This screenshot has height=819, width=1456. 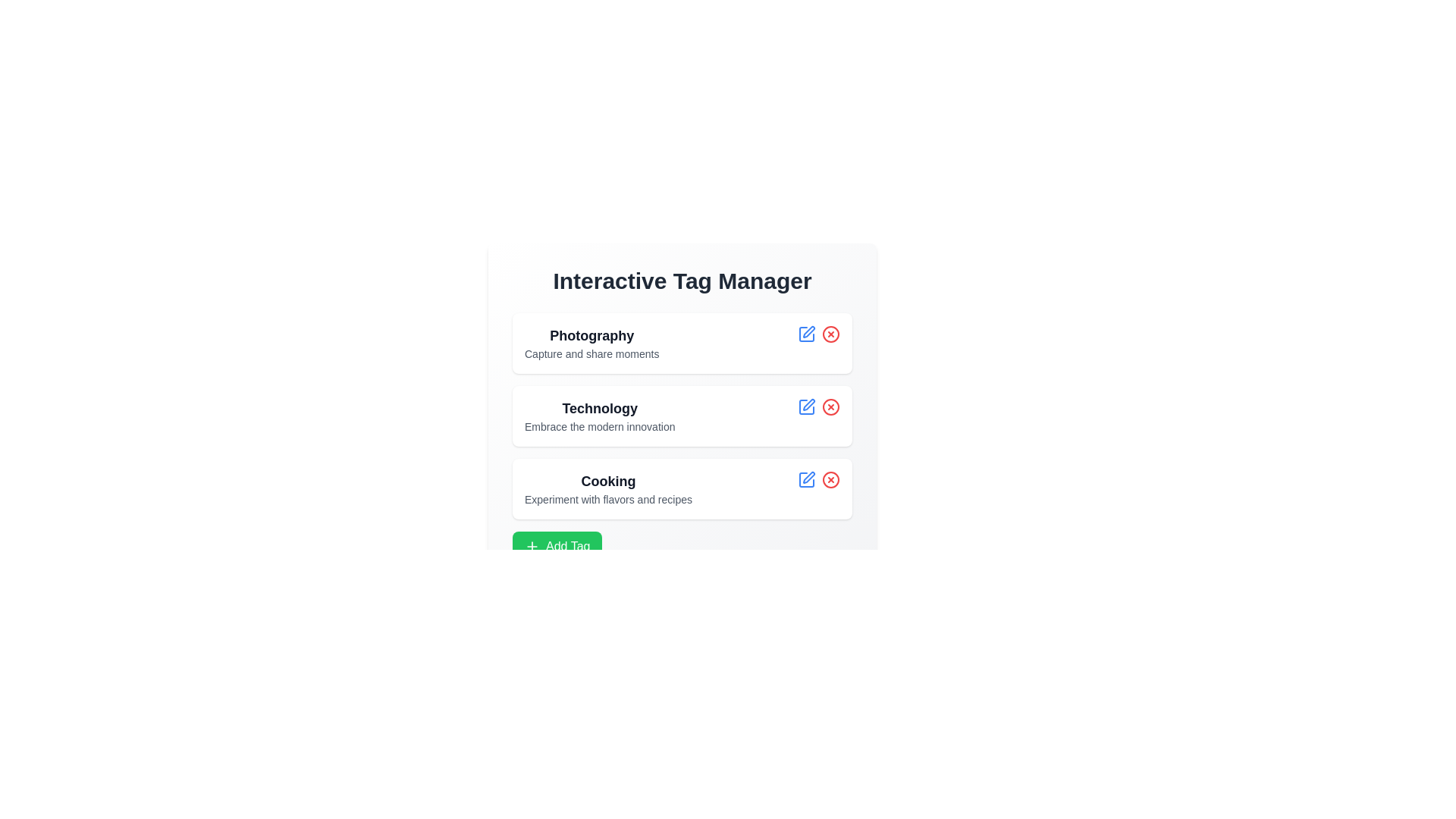 I want to click on the edit and delete icons within the composite UI component labeled 'Photography', so click(x=682, y=343).